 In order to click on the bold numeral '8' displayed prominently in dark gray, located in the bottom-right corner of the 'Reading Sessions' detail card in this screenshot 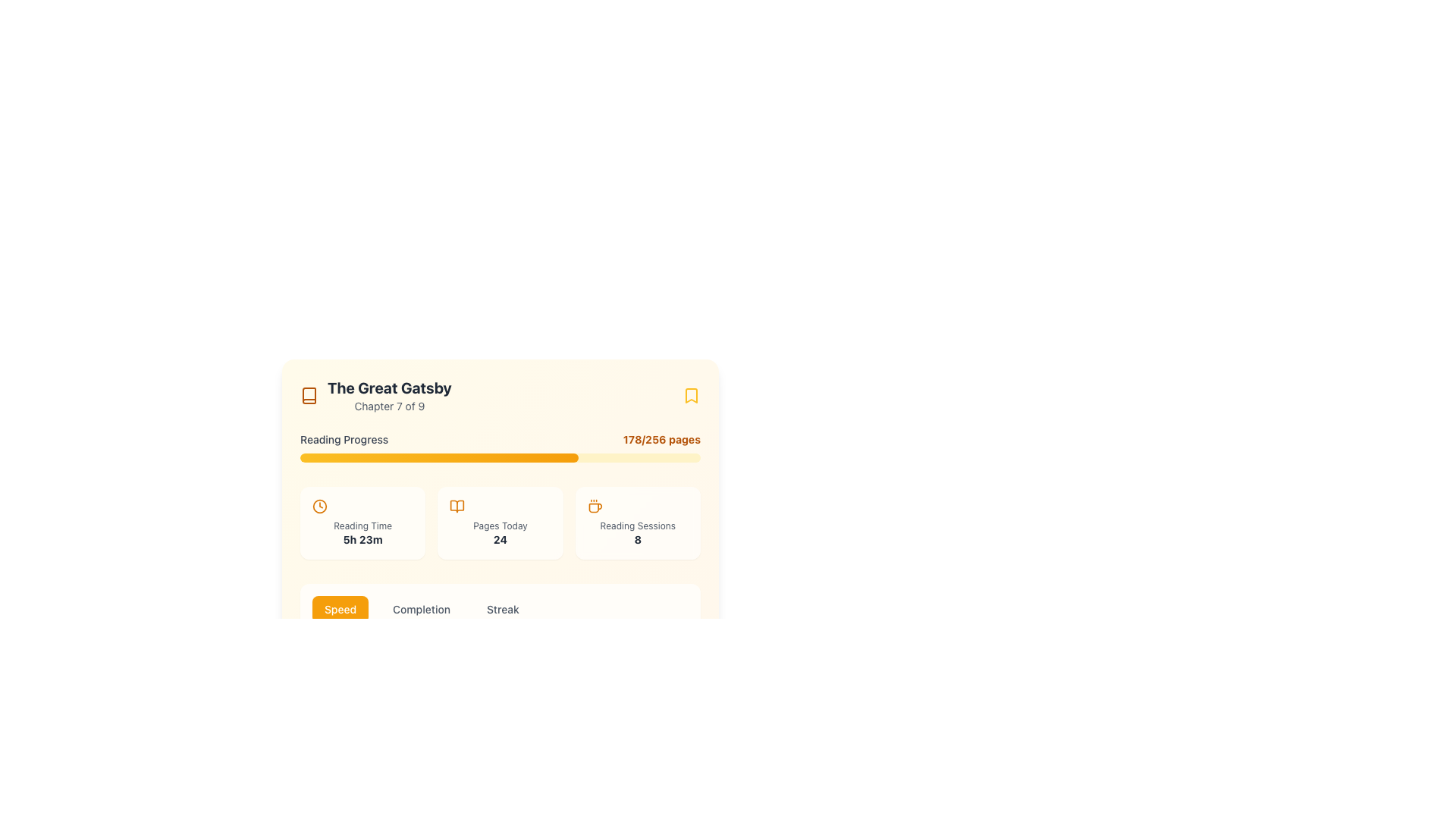, I will do `click(638, 539)`.